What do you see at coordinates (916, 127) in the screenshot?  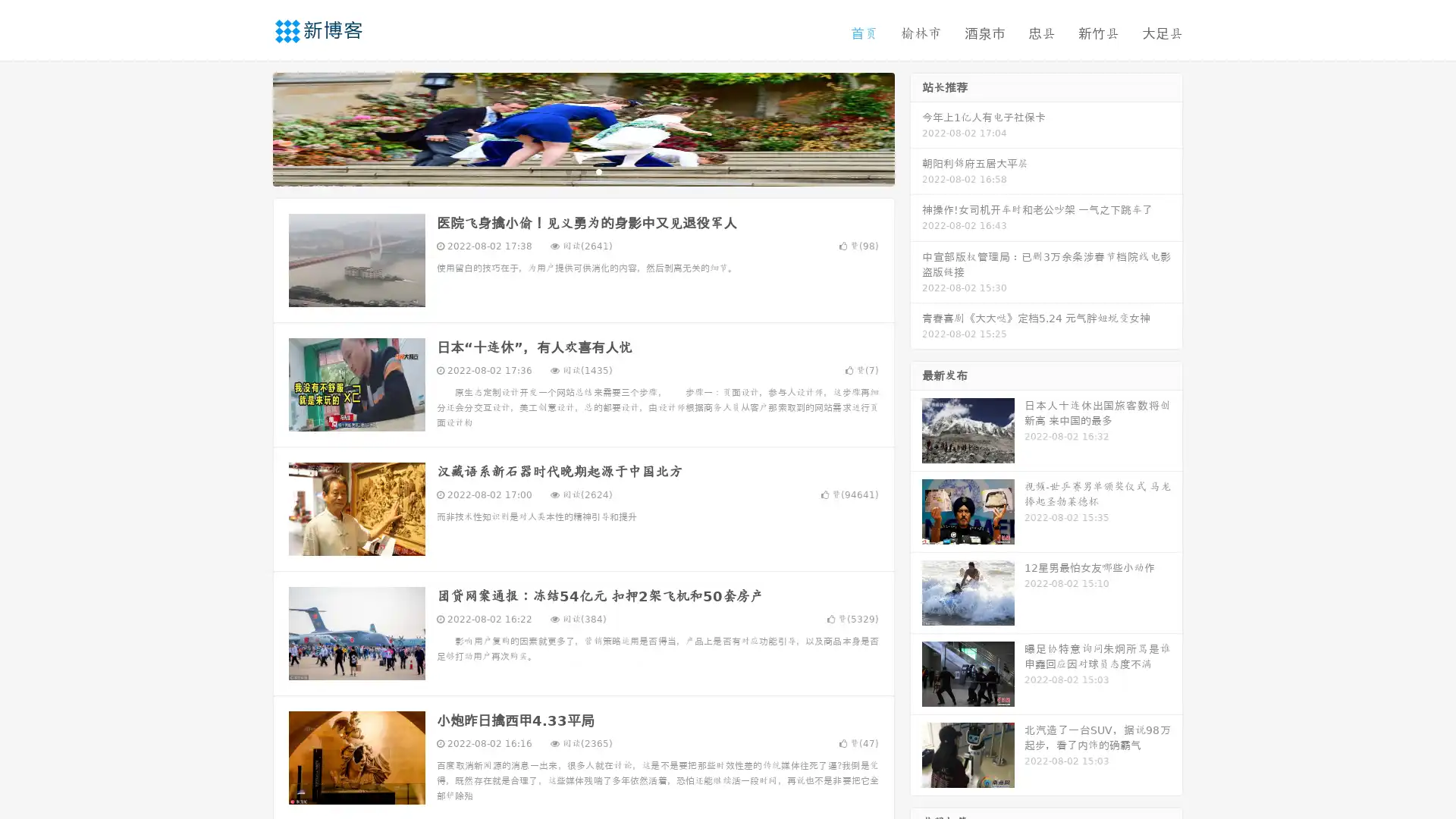 I see `Next slide` at bounding box center [916, 127].